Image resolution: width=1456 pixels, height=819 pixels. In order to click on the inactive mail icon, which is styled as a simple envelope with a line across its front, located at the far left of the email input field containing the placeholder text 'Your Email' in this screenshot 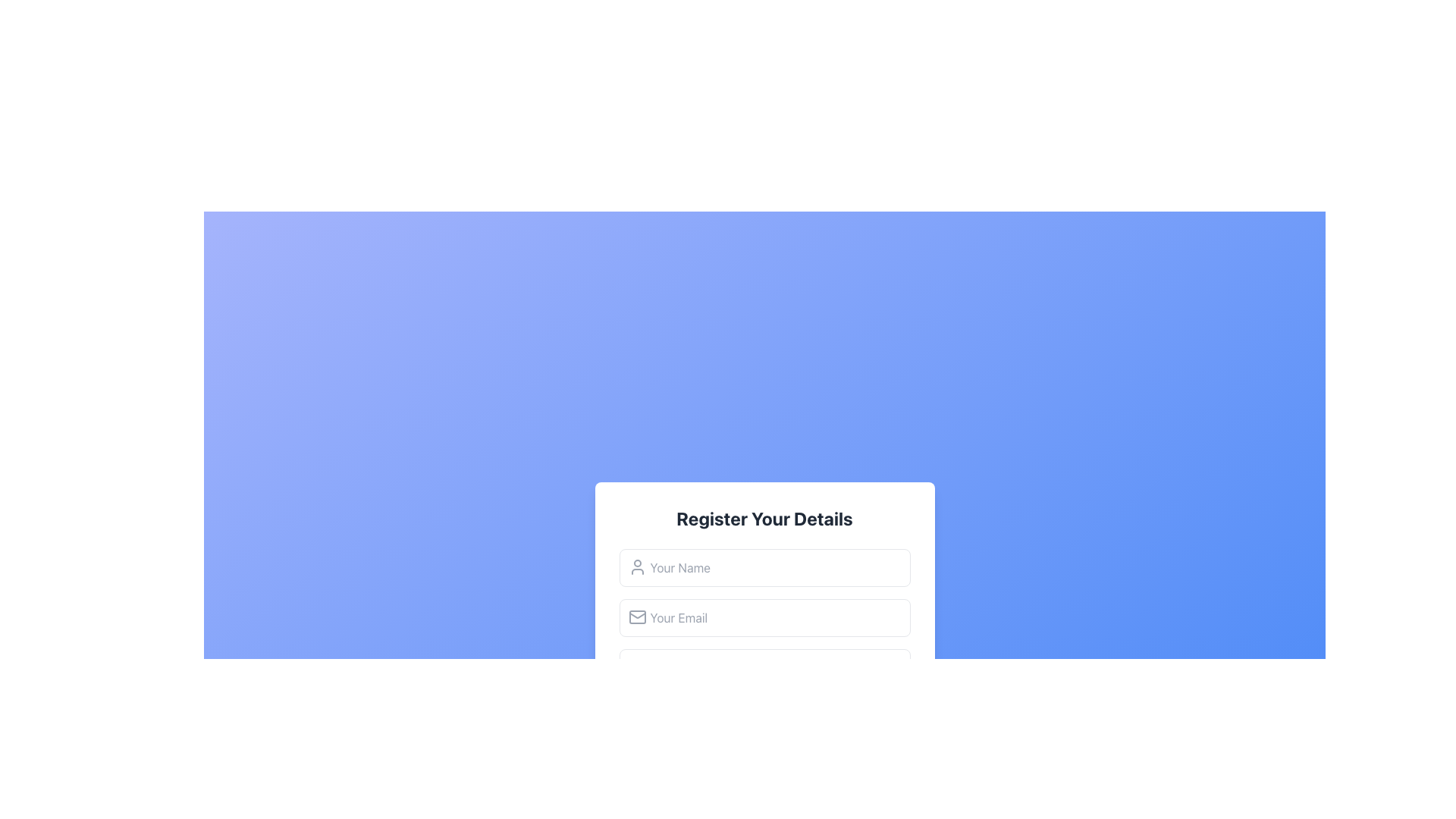, I will do `click(637, 617)`.